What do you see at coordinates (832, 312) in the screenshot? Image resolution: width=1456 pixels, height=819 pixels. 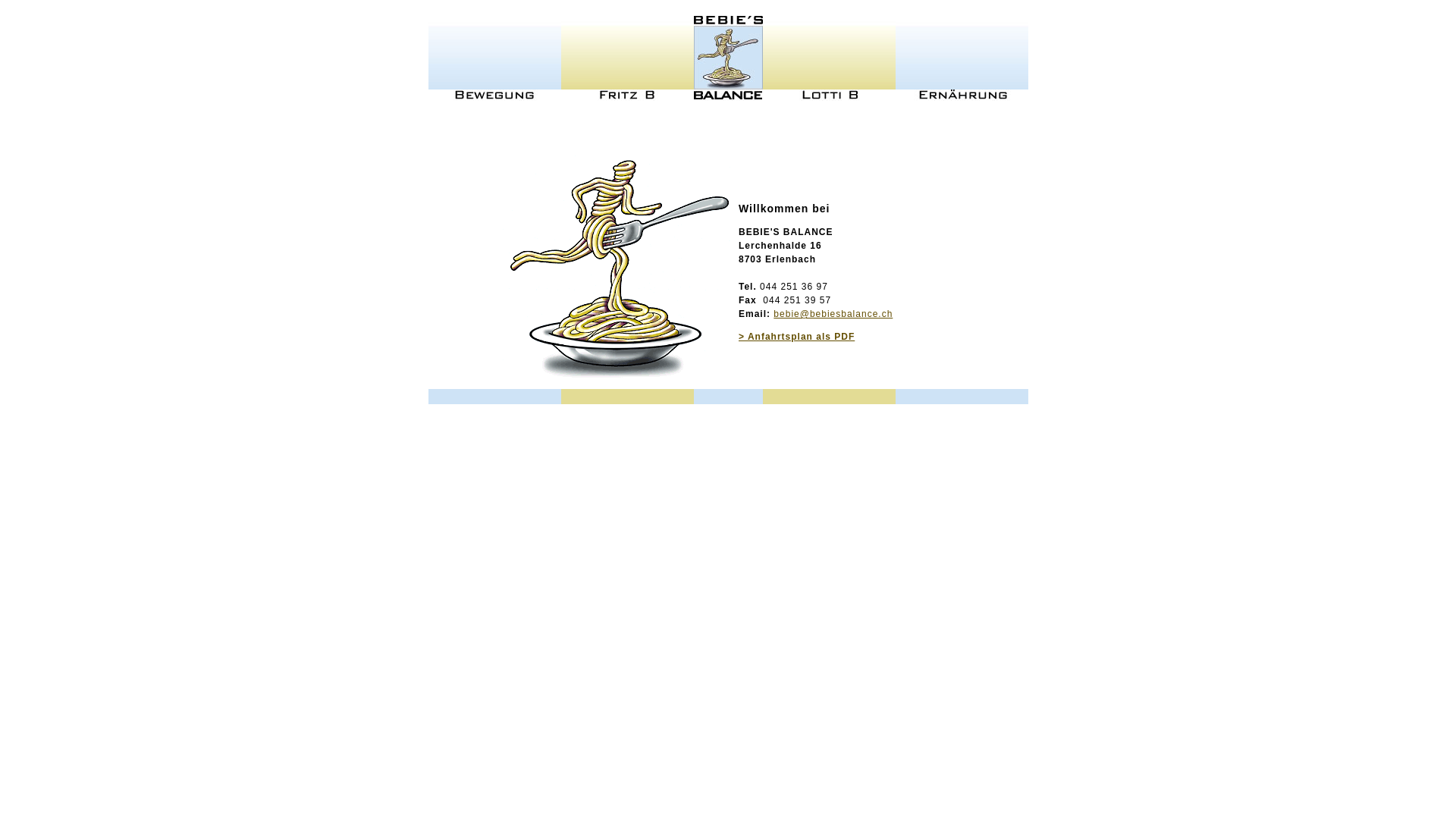 I see `'bebie@bebiesbalance.ch'` at bounding box center [832, 312].